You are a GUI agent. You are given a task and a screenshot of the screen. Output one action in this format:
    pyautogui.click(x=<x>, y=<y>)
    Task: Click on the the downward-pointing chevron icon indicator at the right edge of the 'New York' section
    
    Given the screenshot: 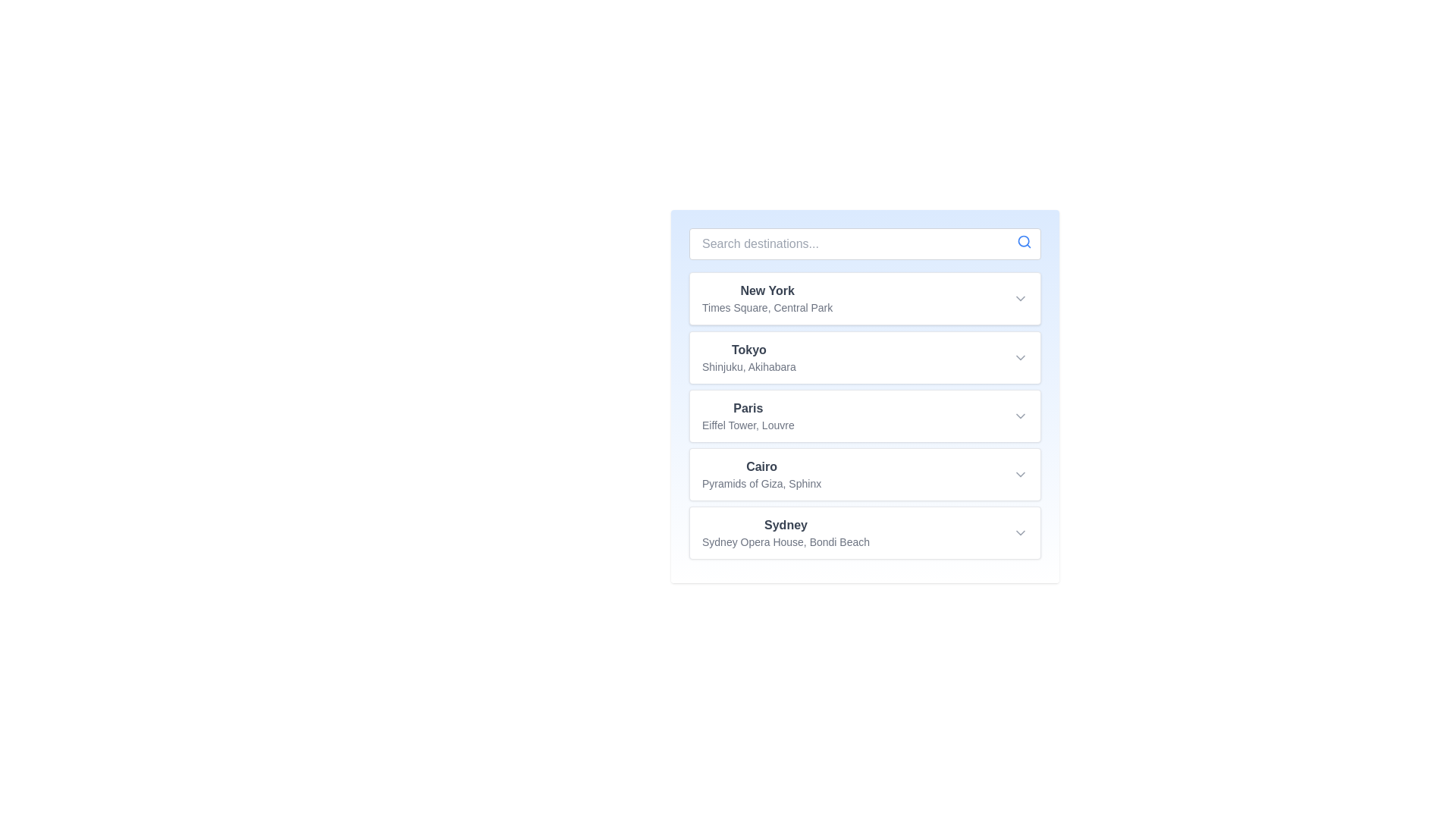 What is the action you would take?
    pyautogui.click(x=1020, y=298)
    